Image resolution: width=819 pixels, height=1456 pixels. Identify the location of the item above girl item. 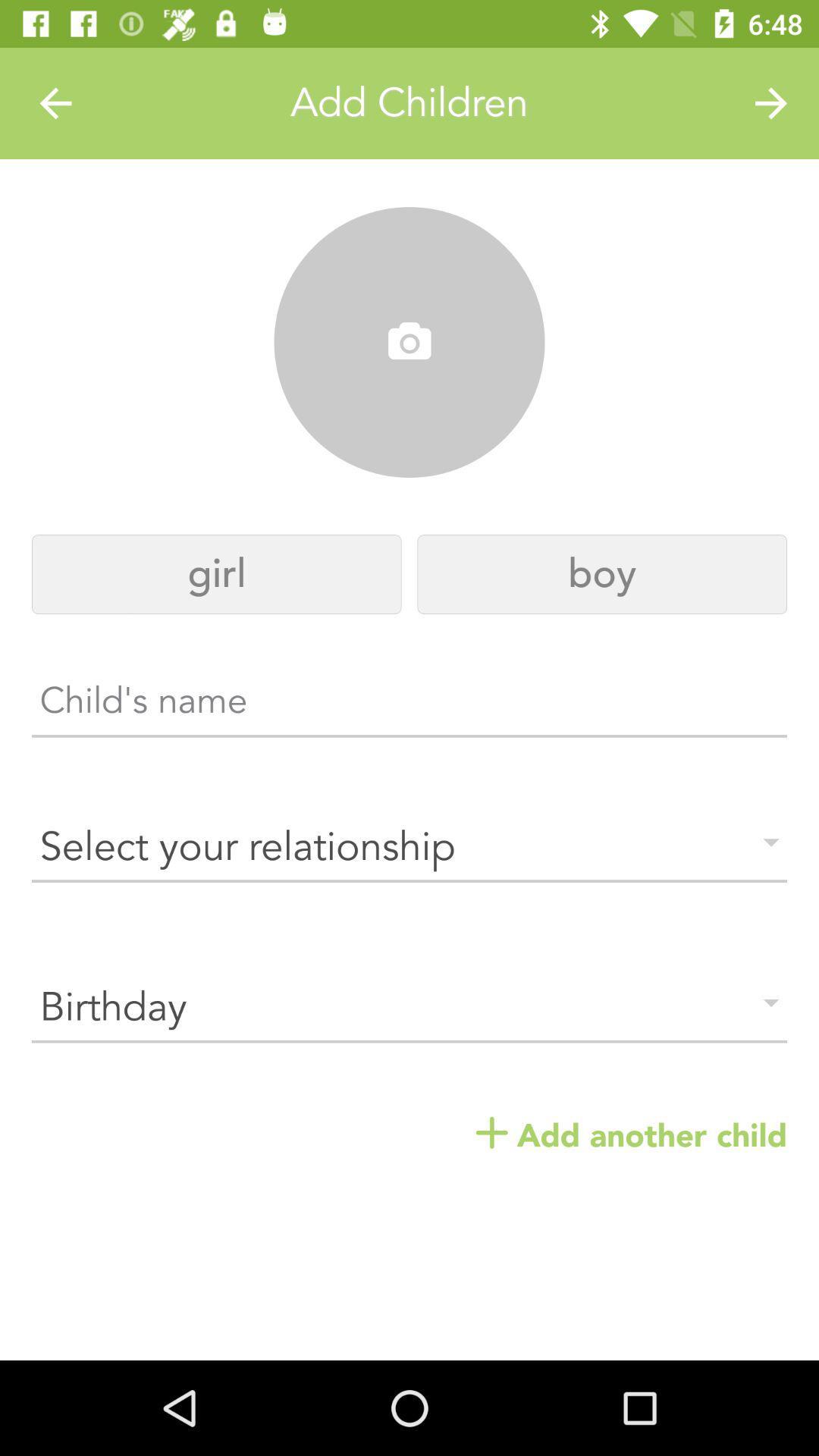
(55, 102).